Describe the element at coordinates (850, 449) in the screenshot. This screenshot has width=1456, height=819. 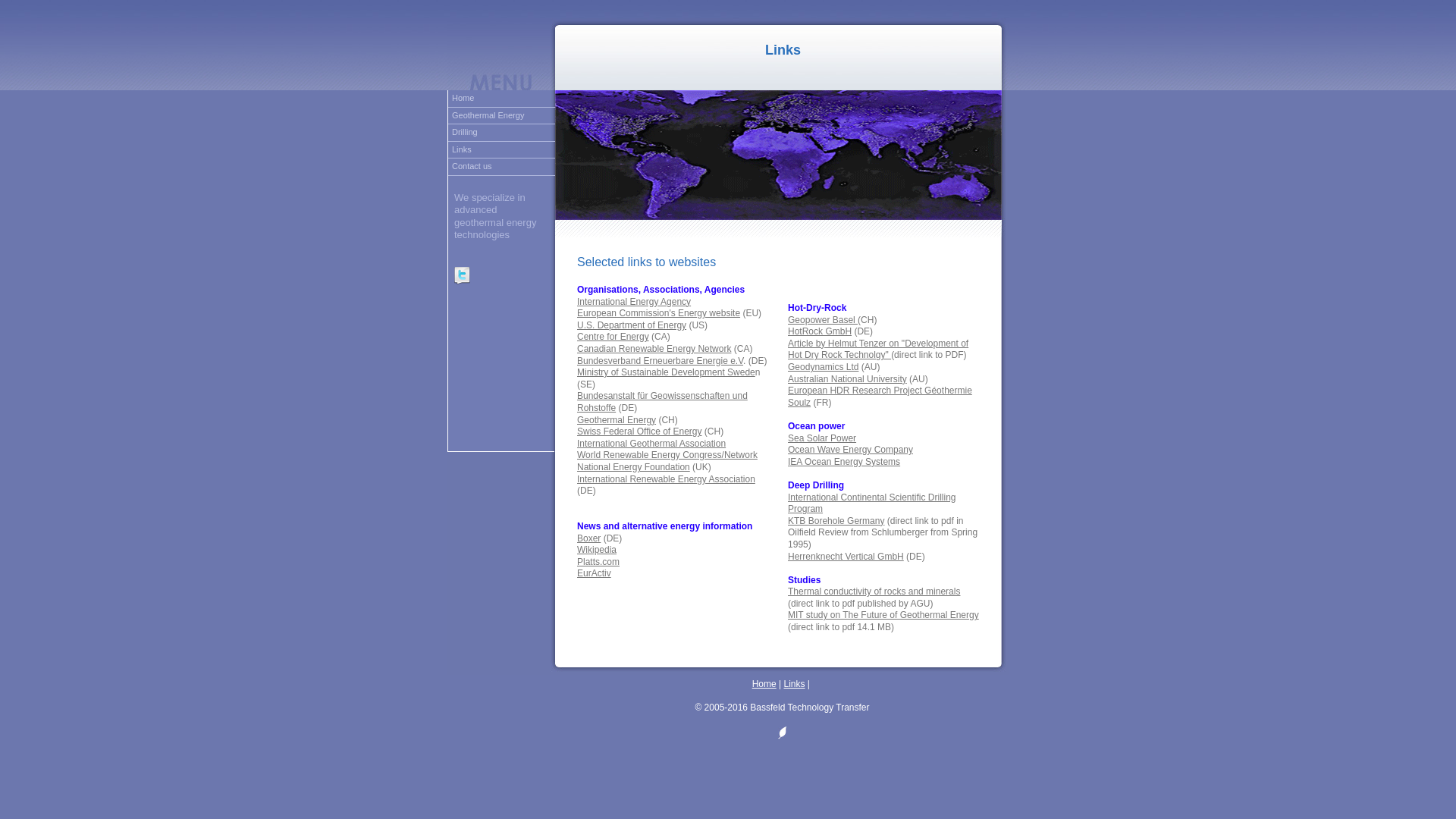
I see `'Ocean Wave Energy Company'` at that location.